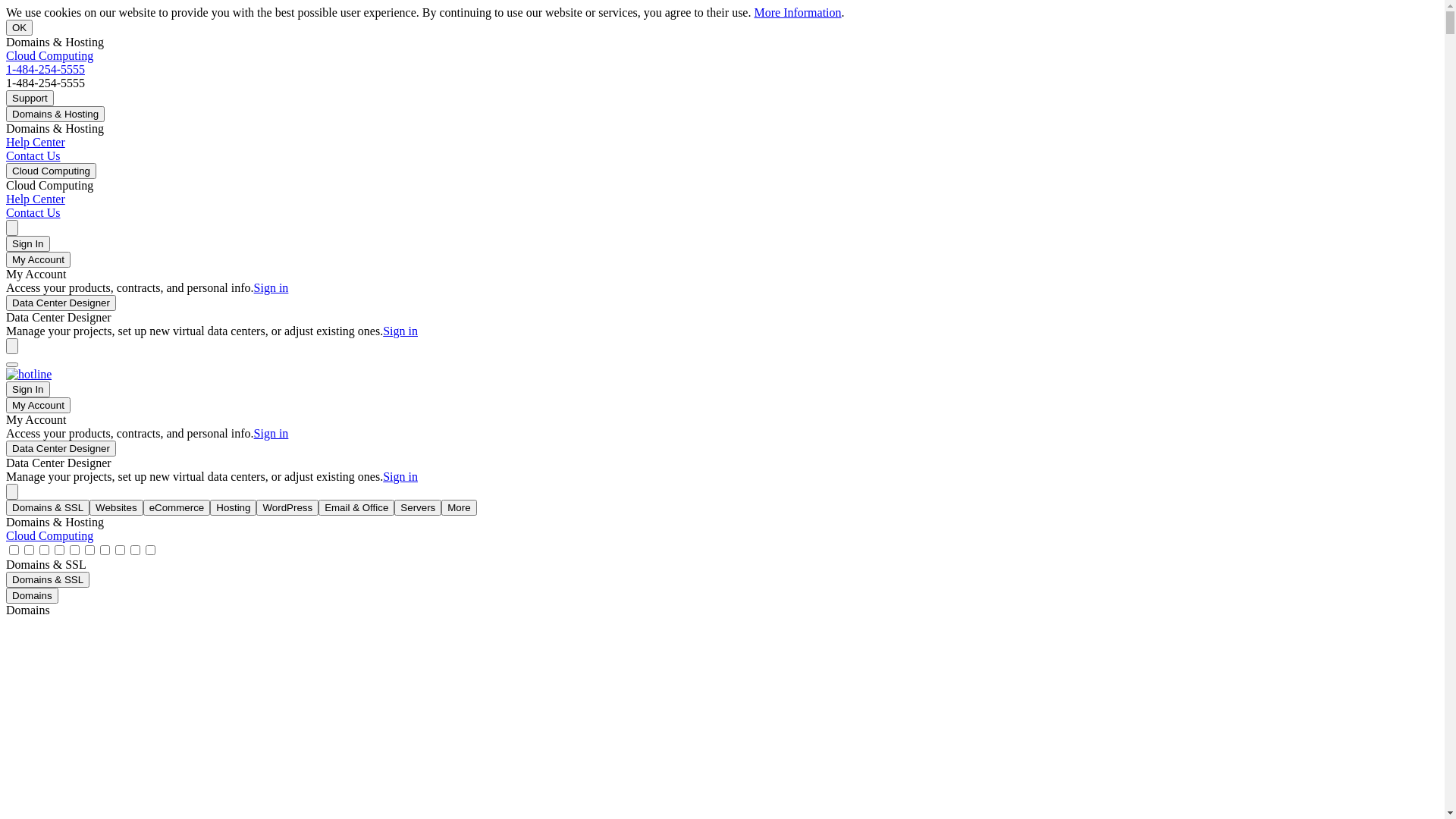  I want to click on 'More', so click(457, 507).